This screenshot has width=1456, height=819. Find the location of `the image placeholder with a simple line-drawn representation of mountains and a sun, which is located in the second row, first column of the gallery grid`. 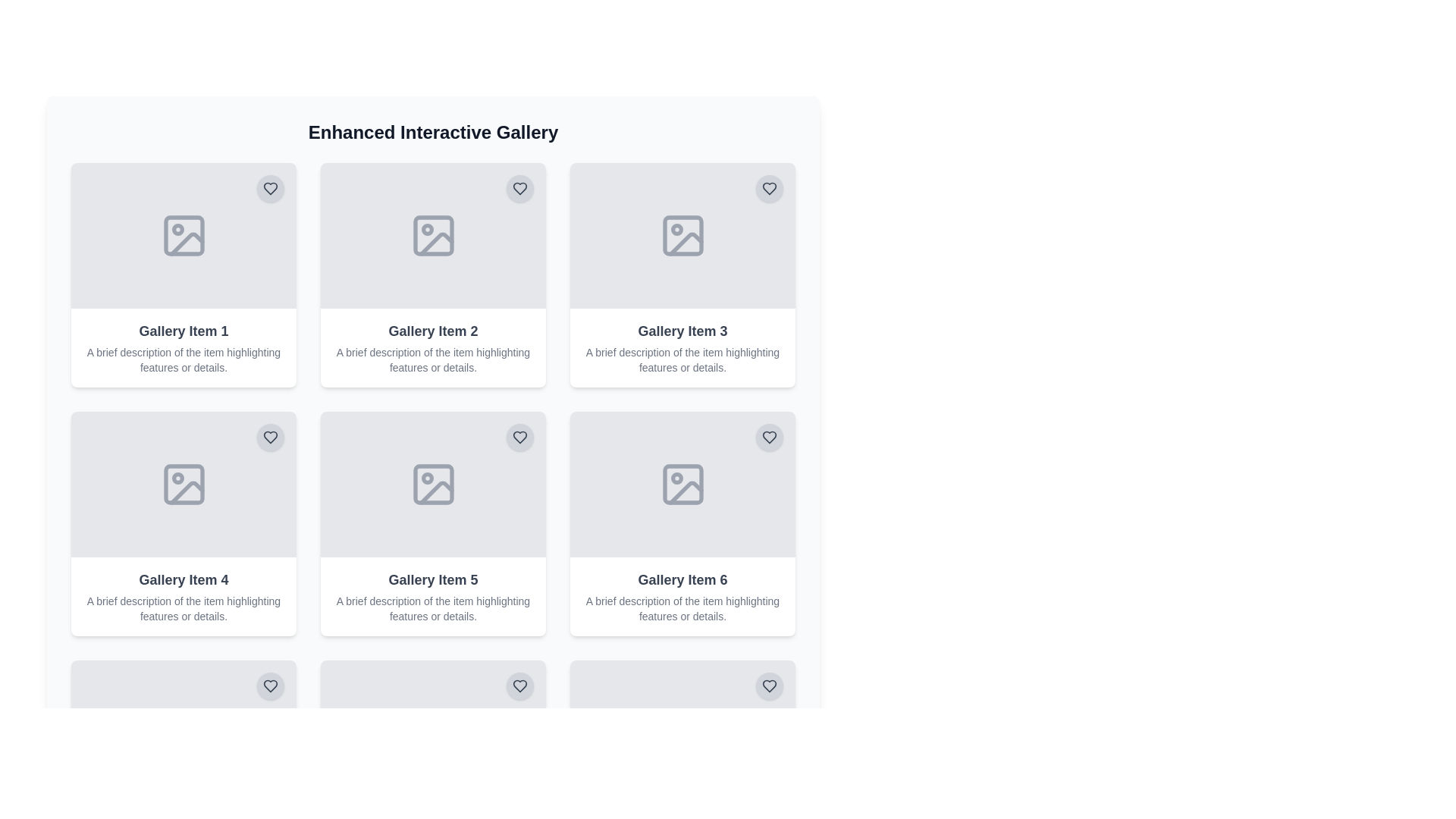

the image placeholder with a simple line-drawn representation of mountains and a sun, which is located in the second row, first column of the gallery grid is located at coordinates (183, 485).